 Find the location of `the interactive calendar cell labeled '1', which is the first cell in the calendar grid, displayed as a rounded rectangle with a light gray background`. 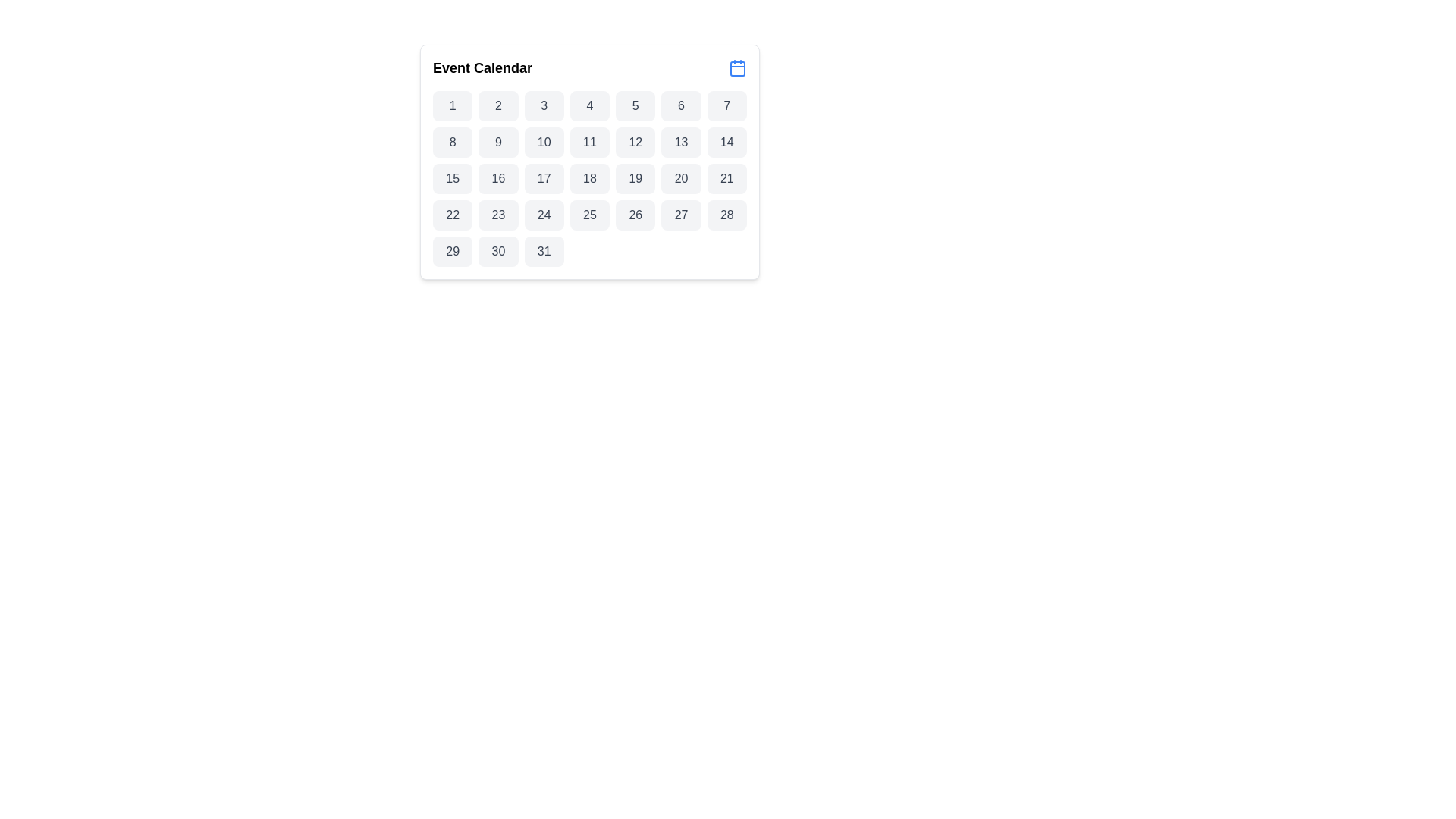

the interactive calendar cell labeled '1', which is the first cell in the calendar grid, displayed as a rounded rectangle with a light gray background is located at coordinates (452, 105).